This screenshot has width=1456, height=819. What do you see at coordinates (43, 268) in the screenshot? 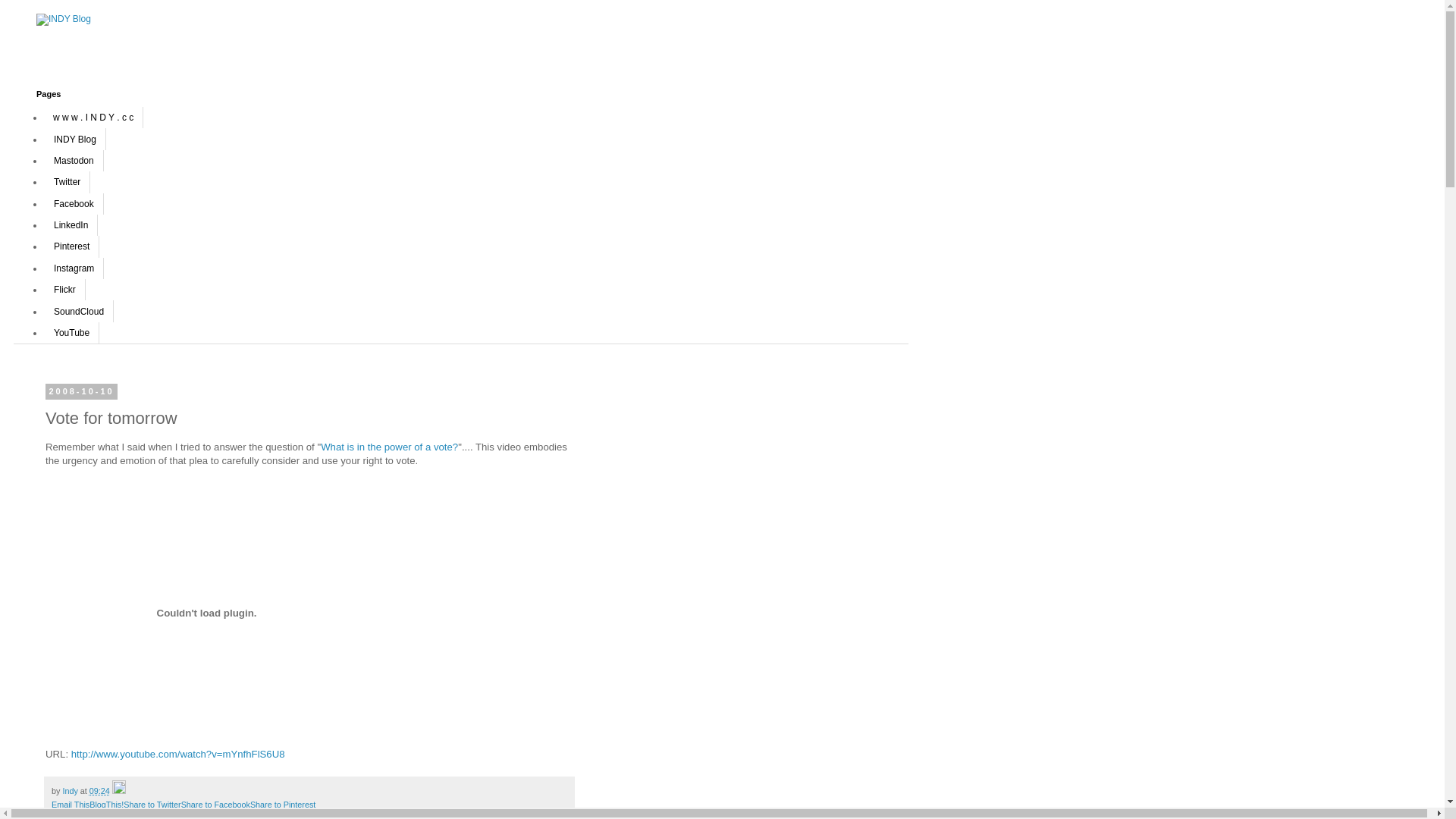
I see `'Instagram'` at bounding box center [43, 268].